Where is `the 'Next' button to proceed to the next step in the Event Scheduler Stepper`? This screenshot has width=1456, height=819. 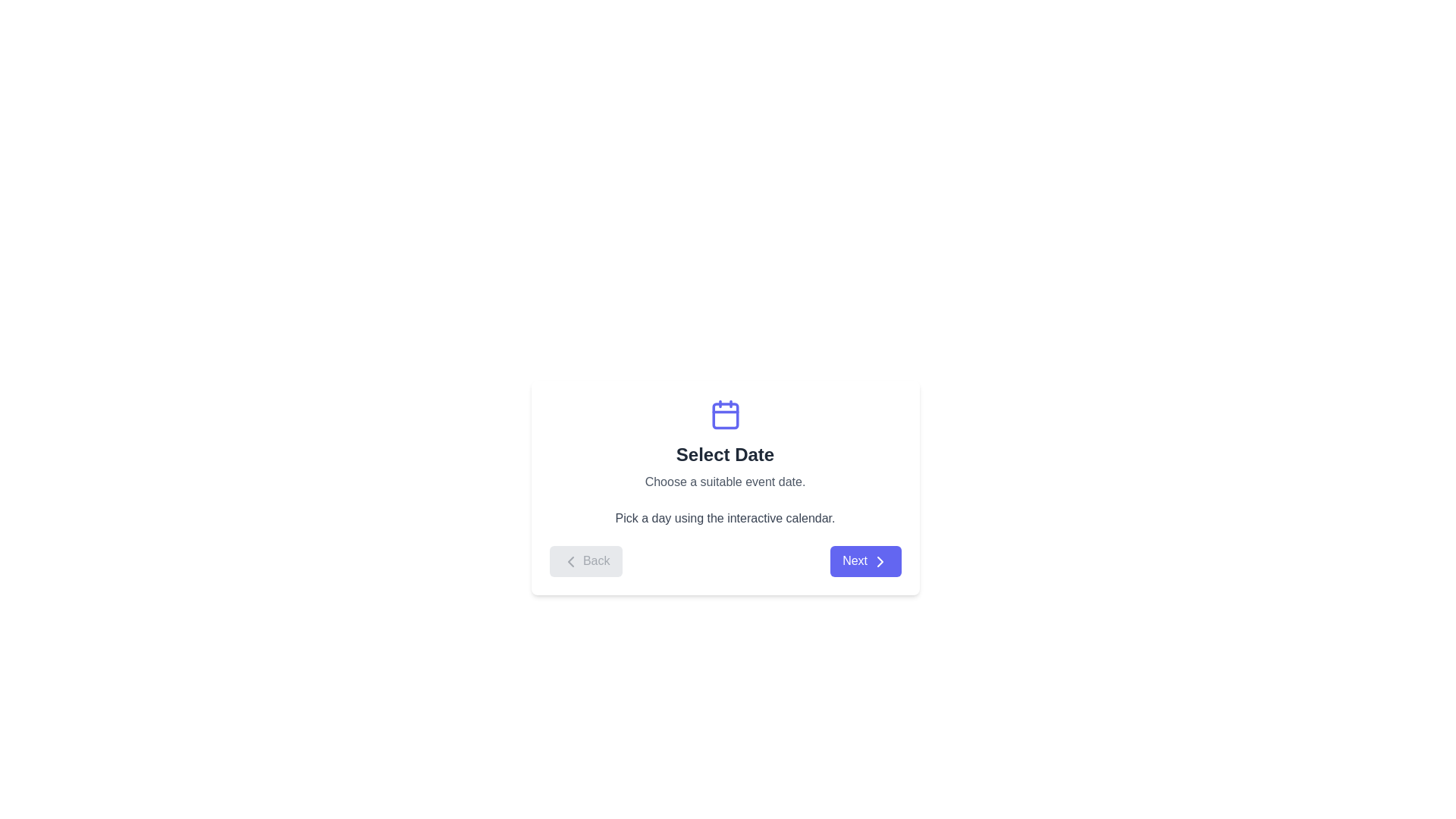
the 'Next' button to proceed to the next step in the Event Scheduler Stepper is located at coordinates (865, 561).